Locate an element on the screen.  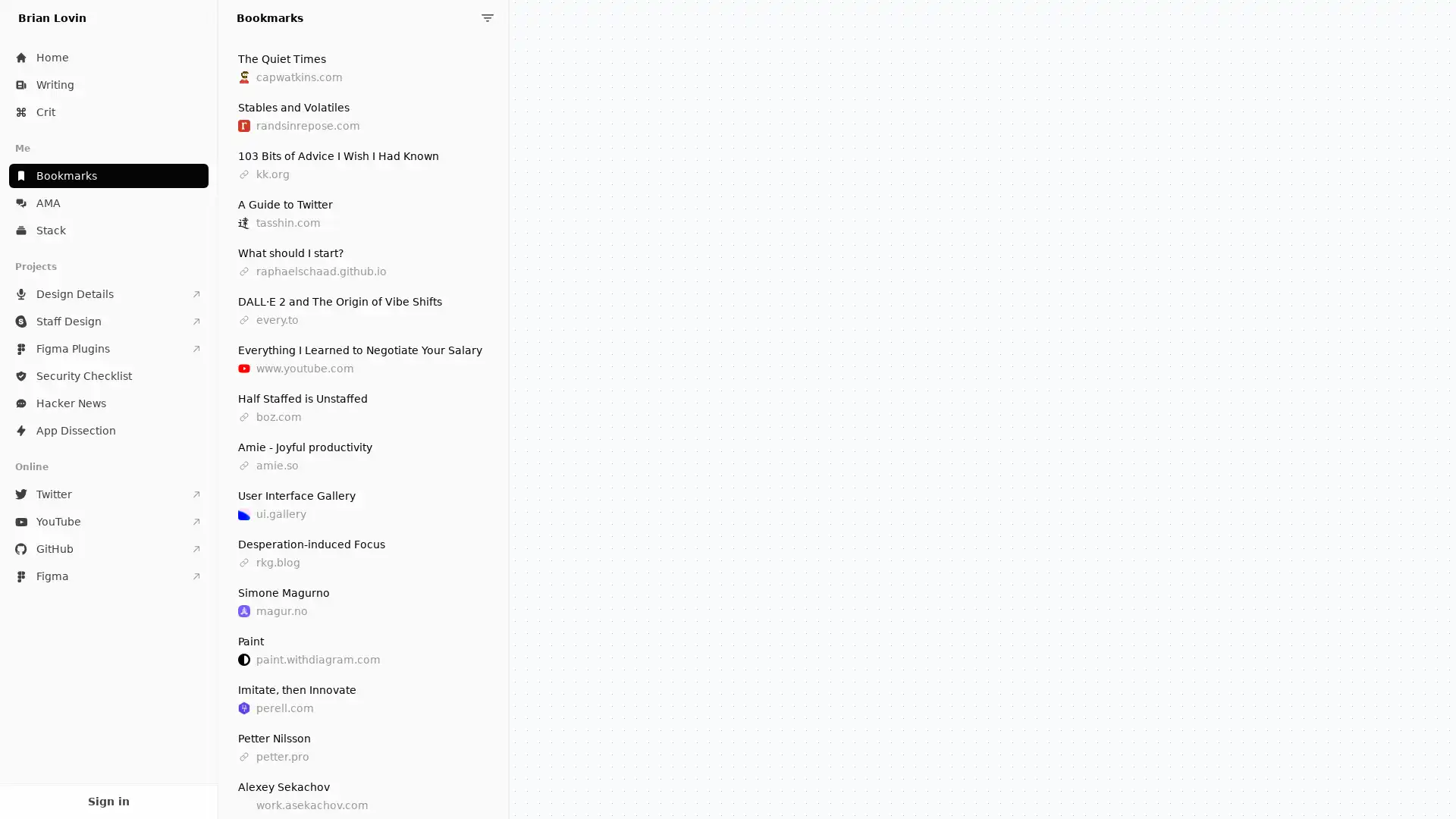
Sign in is located at coordinates (108, 800).